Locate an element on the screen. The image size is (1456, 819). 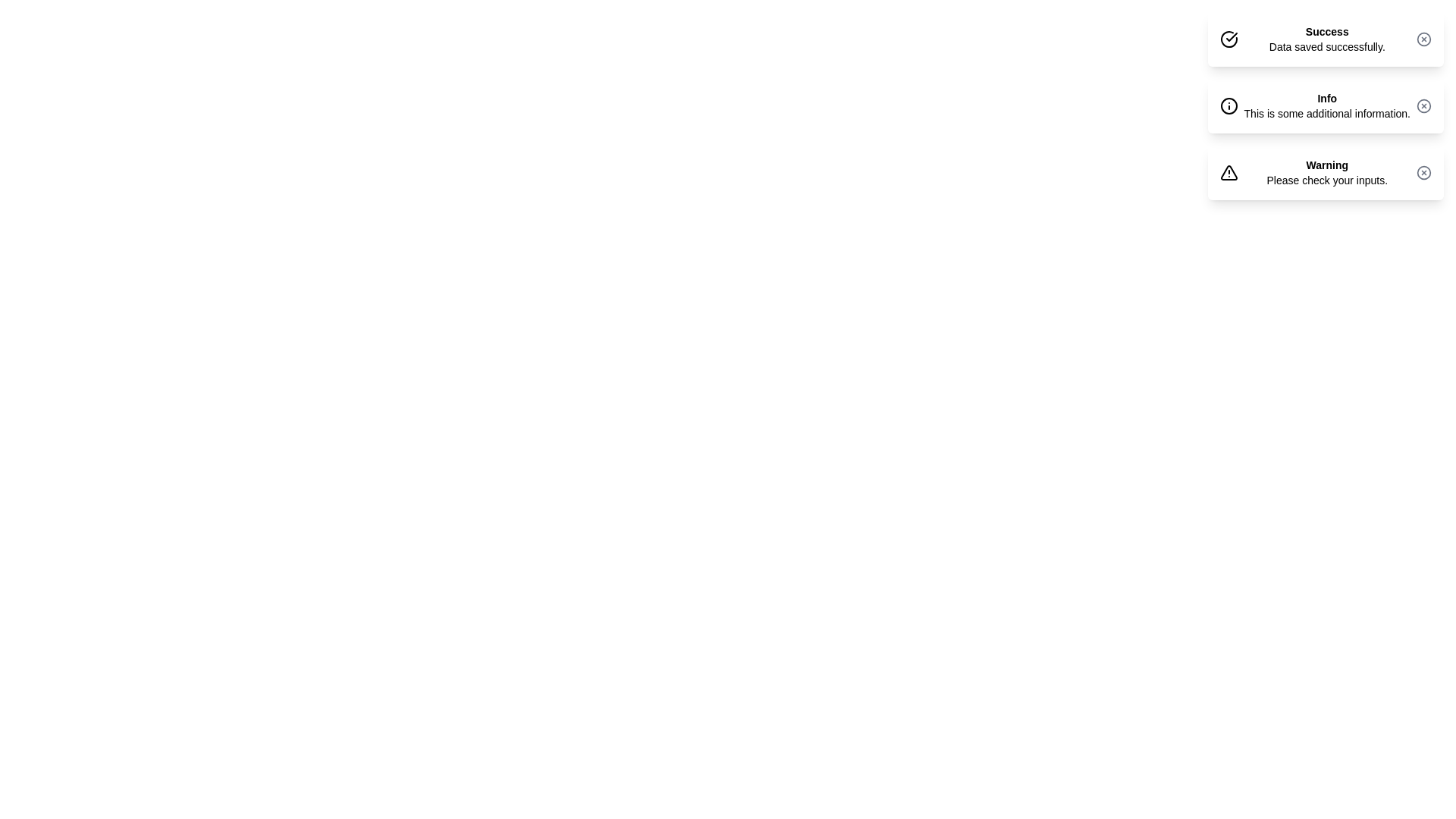
the notification box displaying the 'Success' message, which includes the bold word 'Success' and the text 'Data saved successfully.' is located at coordinates (1326, 38).